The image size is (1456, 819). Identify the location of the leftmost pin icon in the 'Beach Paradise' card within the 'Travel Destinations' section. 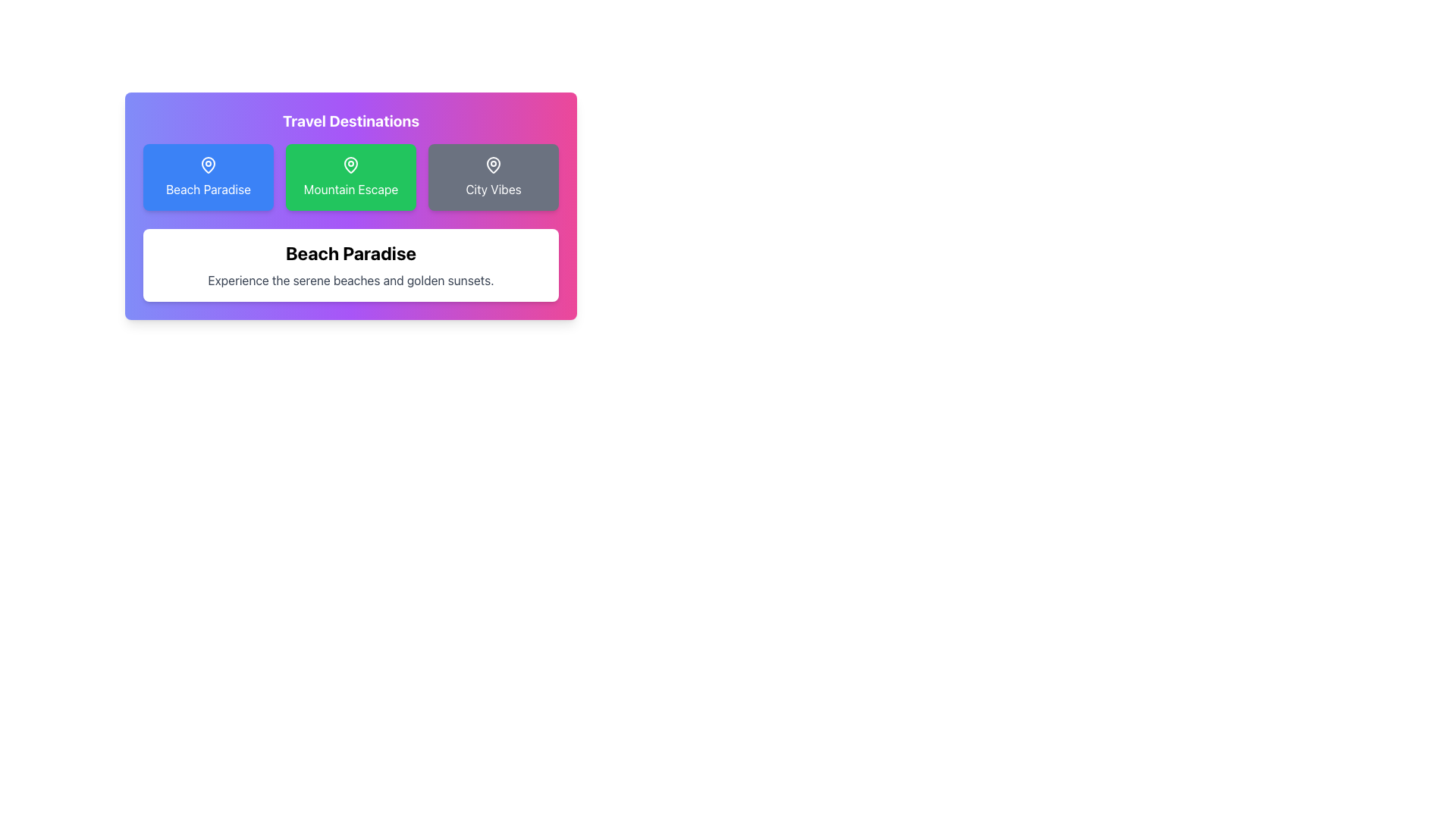
(207, 164).